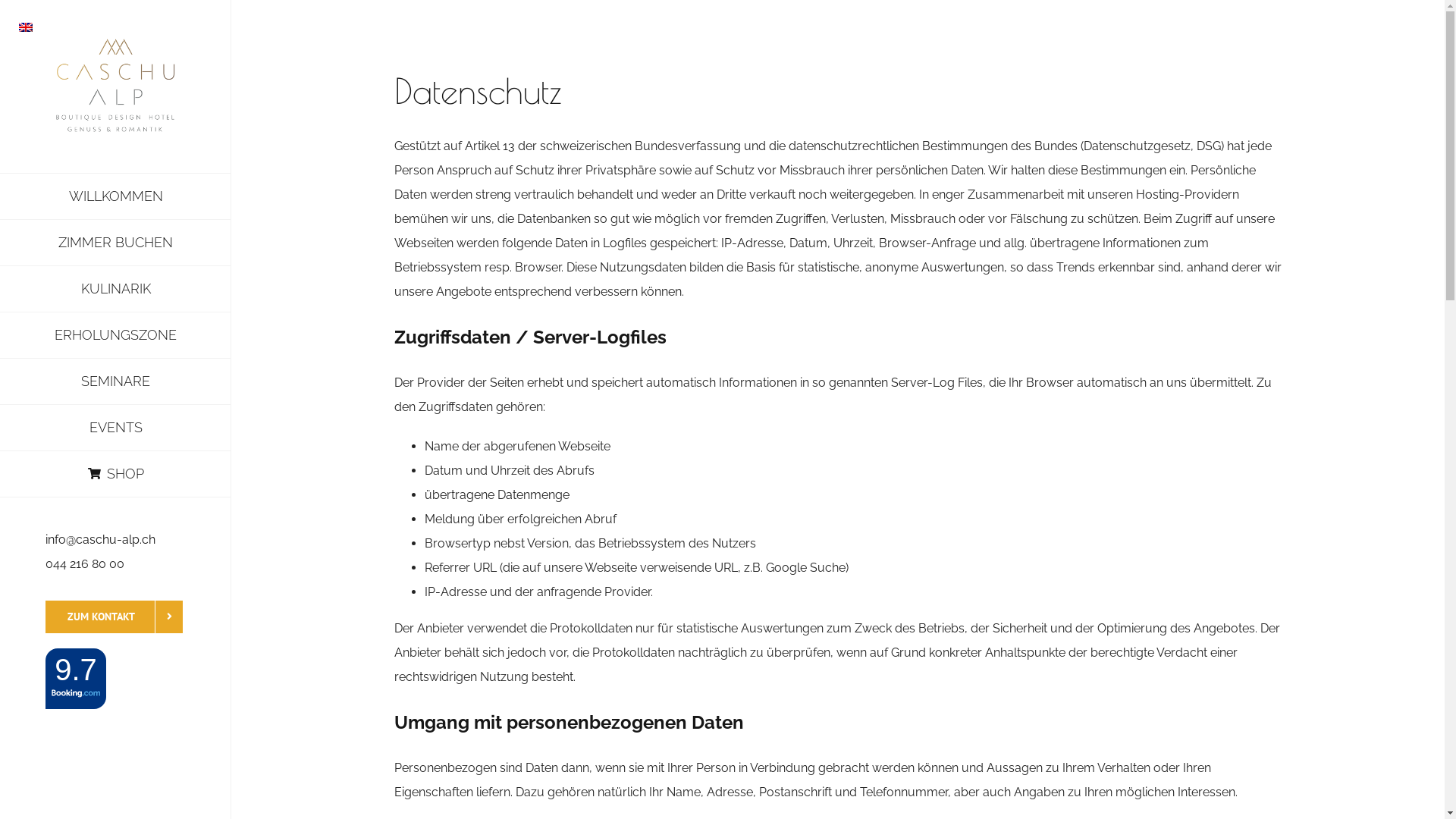  What do you see at coordinates (113, 617) in the screenshot?
I see `'ZUM KONTAKT'` at bounding box center [113, 617].